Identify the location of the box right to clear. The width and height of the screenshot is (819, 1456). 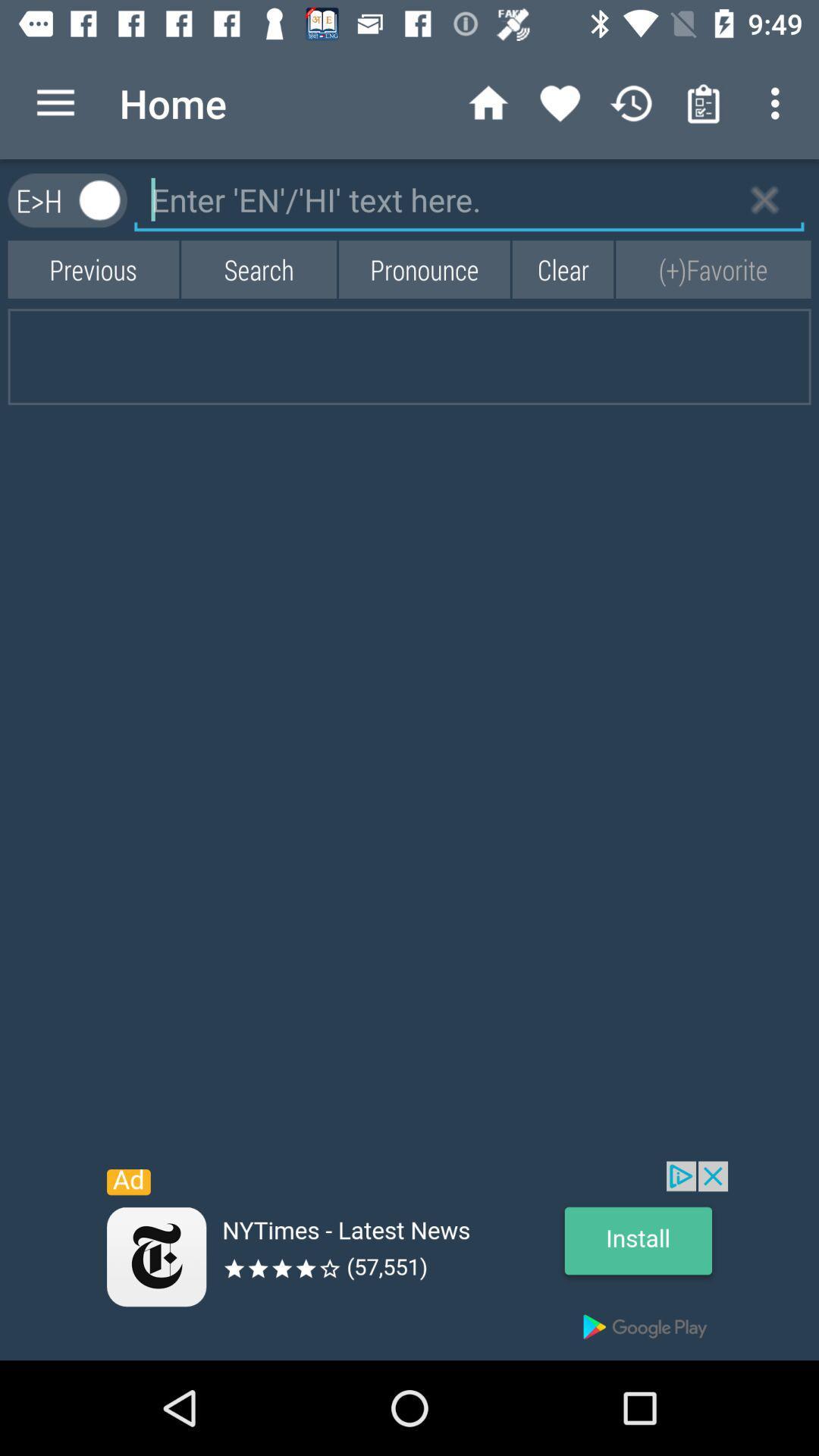
(714, 269).